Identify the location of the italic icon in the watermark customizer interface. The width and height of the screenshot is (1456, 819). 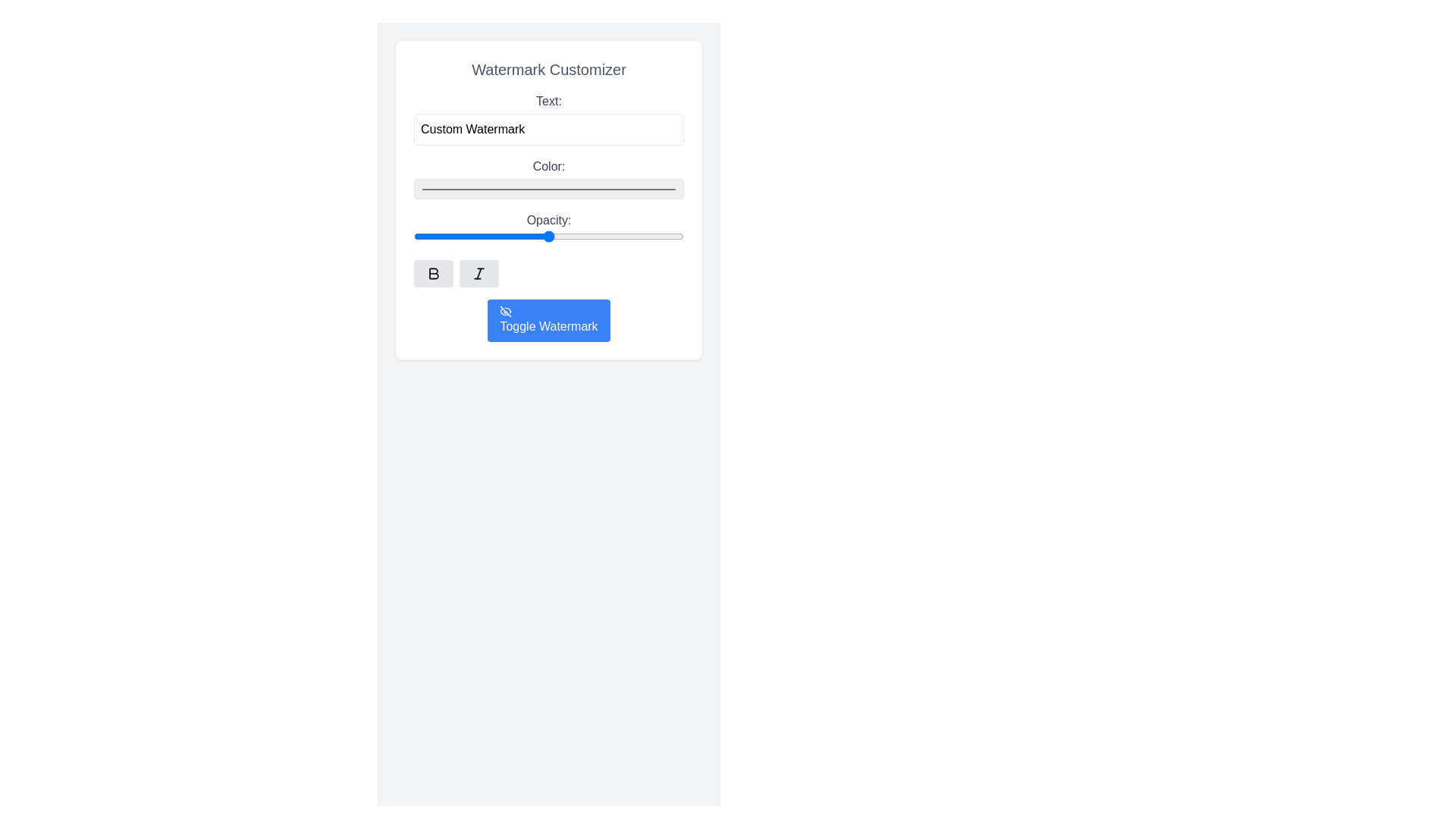
(479, 274).